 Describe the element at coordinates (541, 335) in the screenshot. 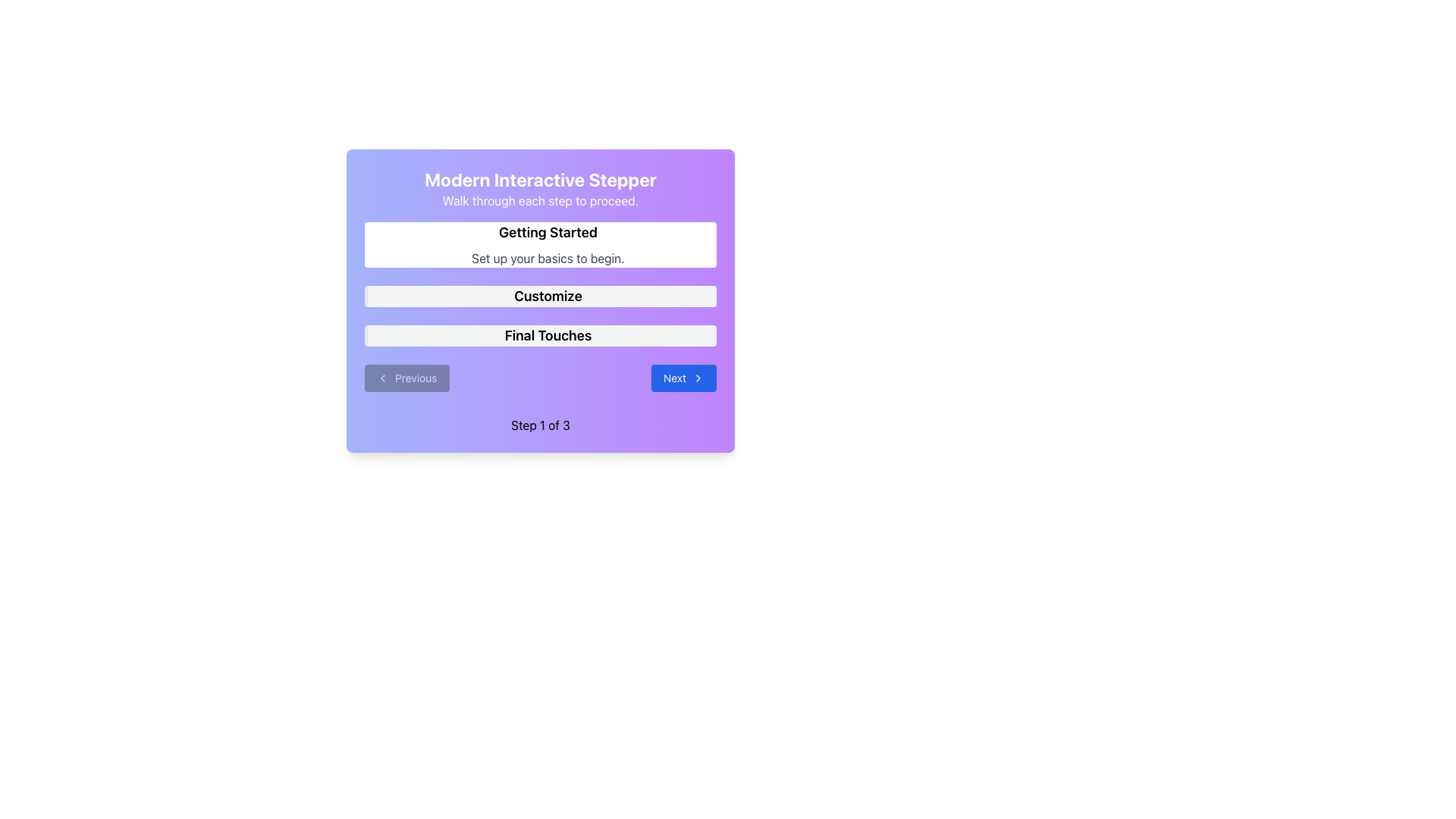

I see `the 'Final Touches' label in the stepper interface, which is the third item in a vertical list of steps` at that location.